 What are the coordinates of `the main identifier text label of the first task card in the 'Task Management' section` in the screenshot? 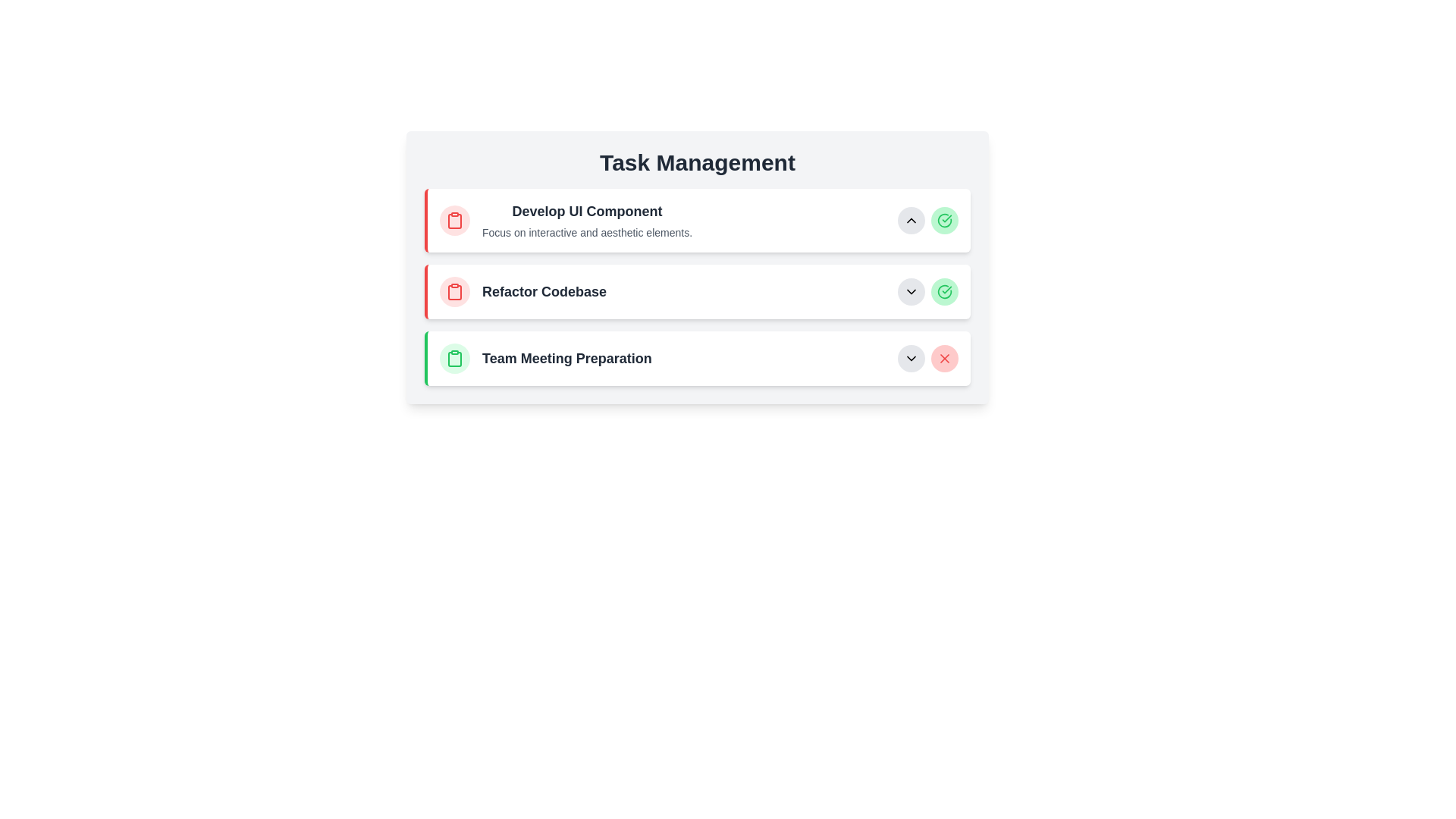 It's located at (586, 211).